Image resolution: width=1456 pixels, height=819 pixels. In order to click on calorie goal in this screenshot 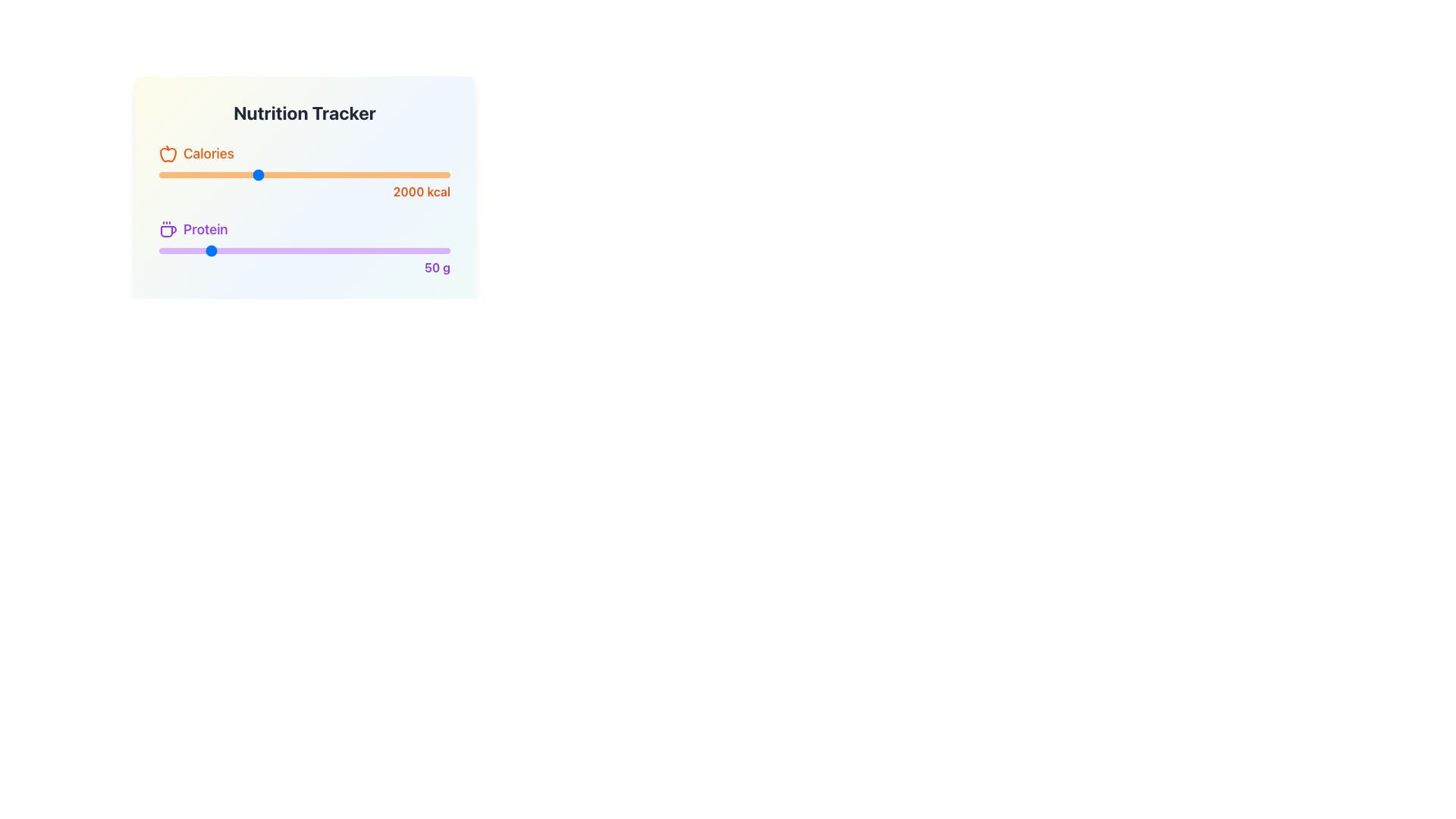, I will do `click(390, 174)`.